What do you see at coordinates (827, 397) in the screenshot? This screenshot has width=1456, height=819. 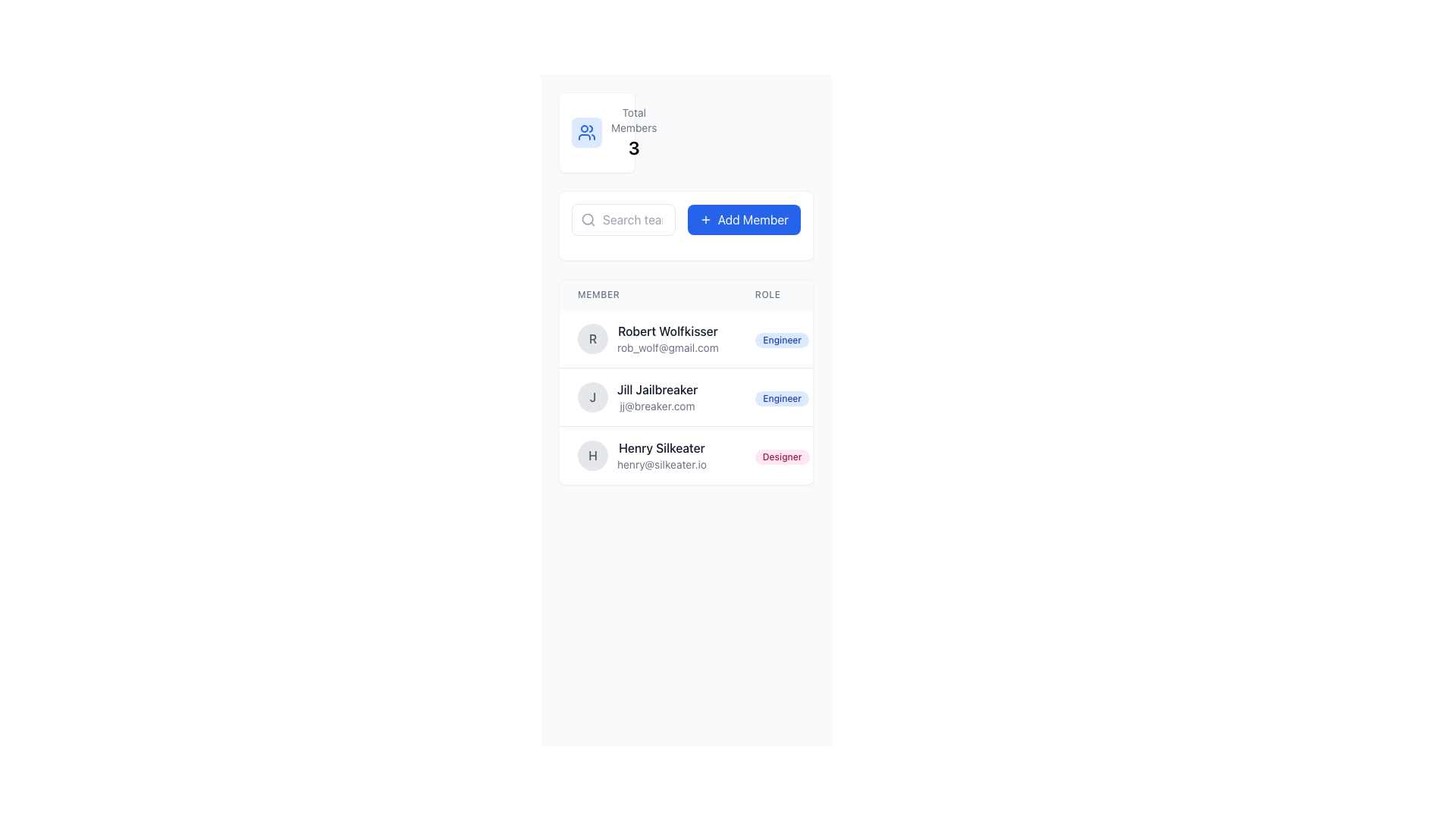 I see `the second row of the team member list displaying information about a specific team member` at bounding box center [827, 397].